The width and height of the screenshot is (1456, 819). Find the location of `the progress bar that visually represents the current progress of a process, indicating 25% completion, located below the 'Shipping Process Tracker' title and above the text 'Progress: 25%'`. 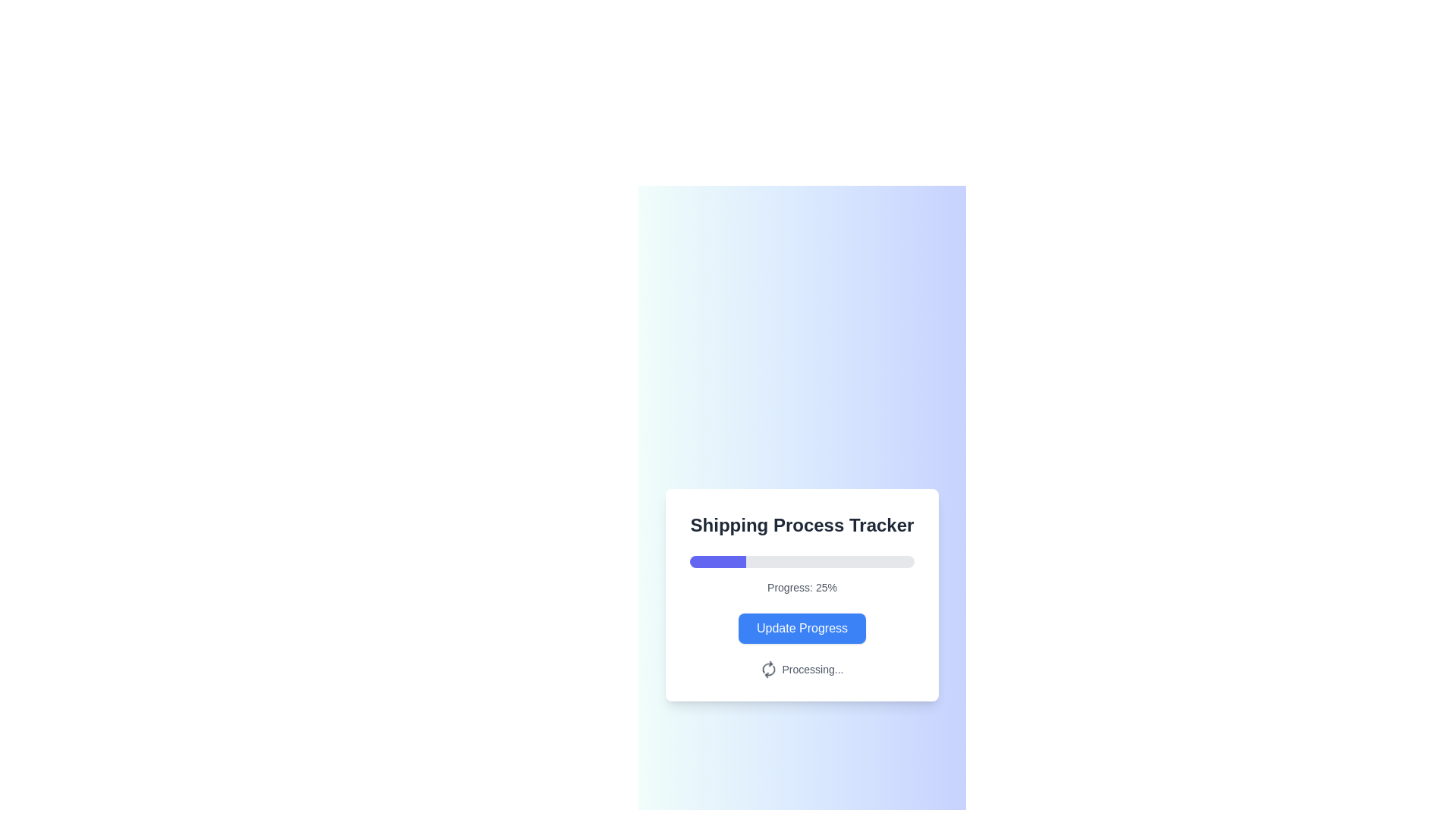

the progress bar that visually represents the current progress of a process, indicating 25% completion, located below the 'Shipping Process Tracker' title and above the text 'Progress: 25%' is located at coordinates (801, 561).